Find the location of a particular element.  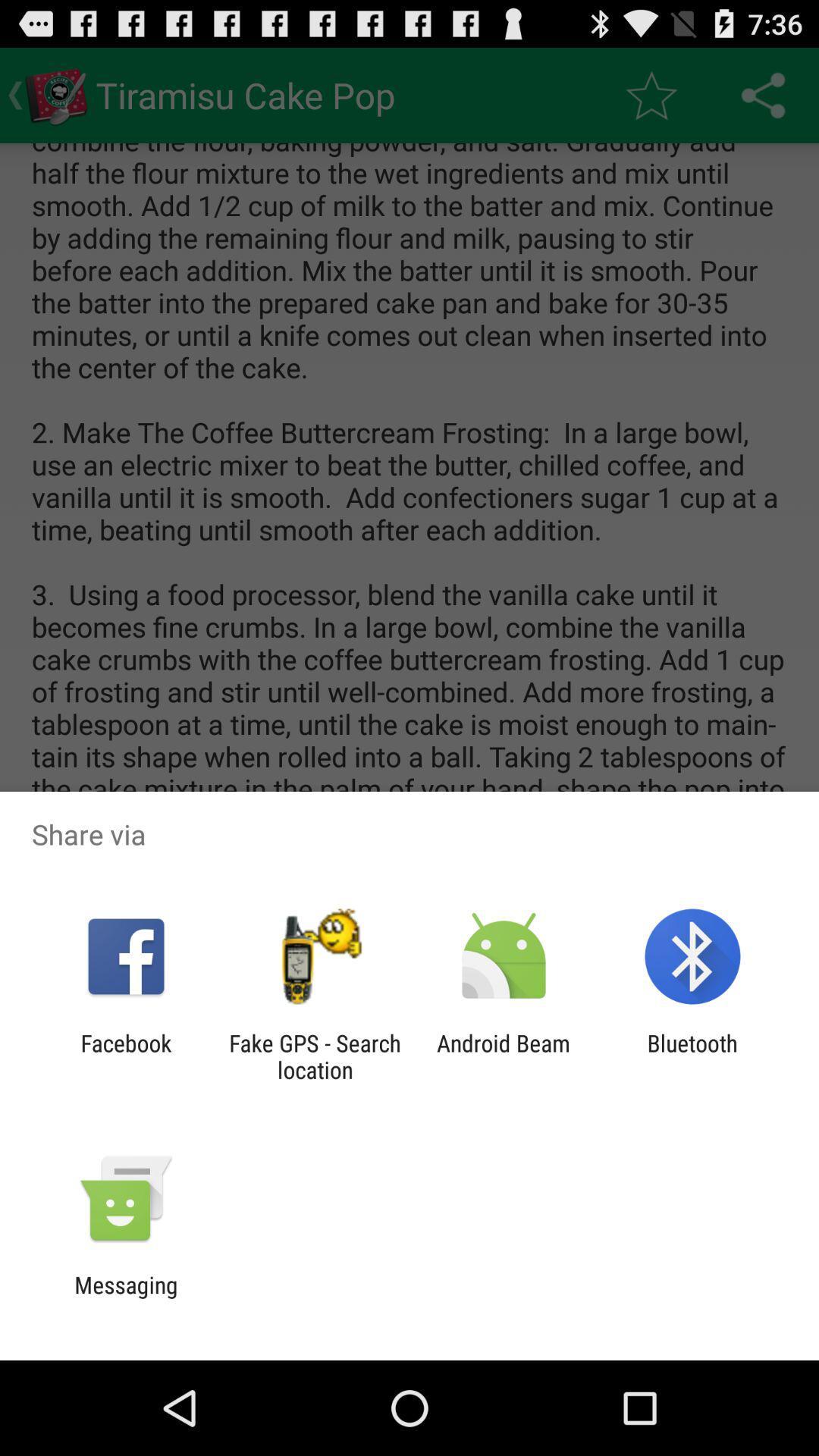

messaging item is located at coordinates (125, 1298).